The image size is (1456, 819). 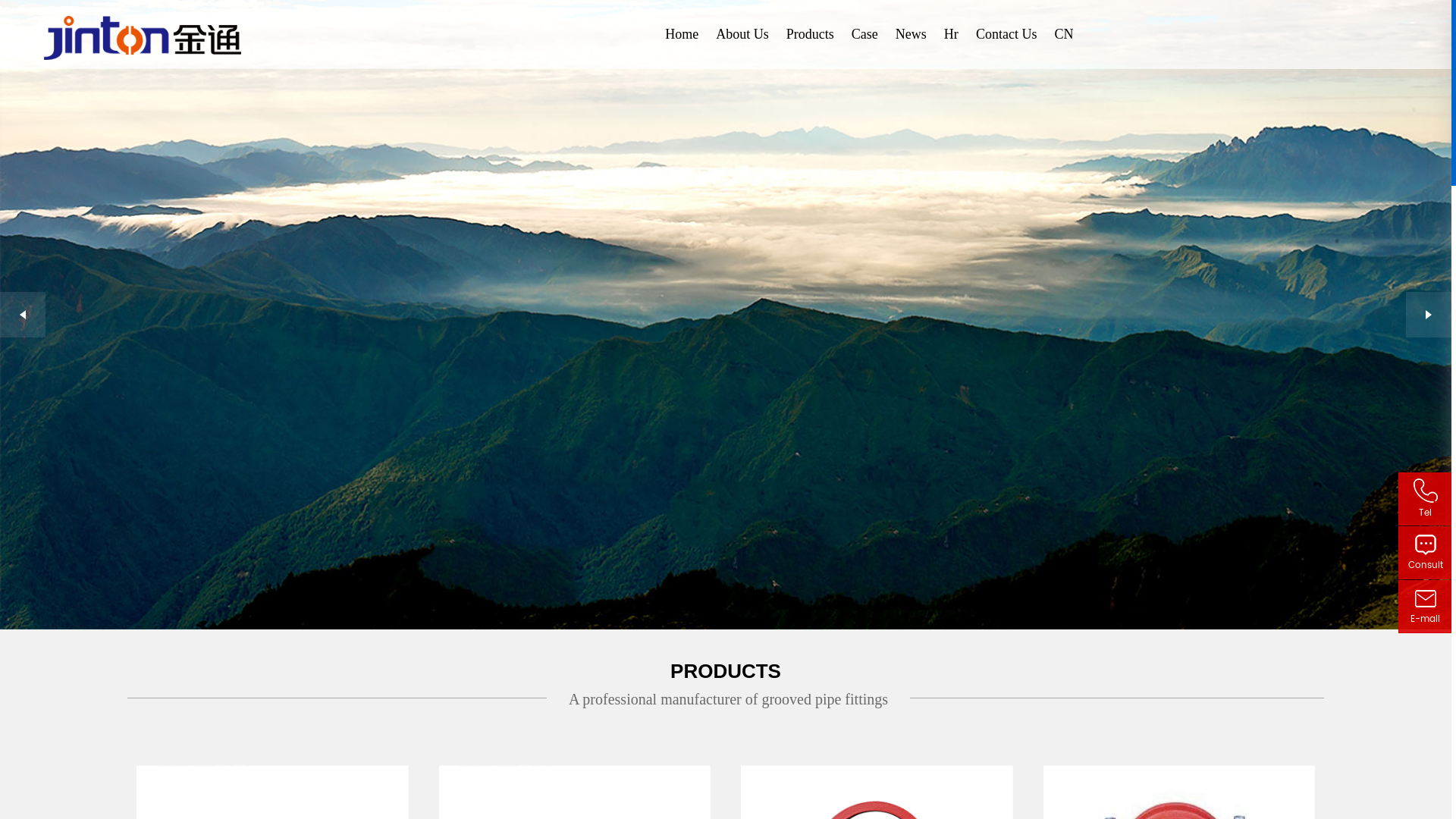 I want to click on 'About Us', so click(x=742, y=34).